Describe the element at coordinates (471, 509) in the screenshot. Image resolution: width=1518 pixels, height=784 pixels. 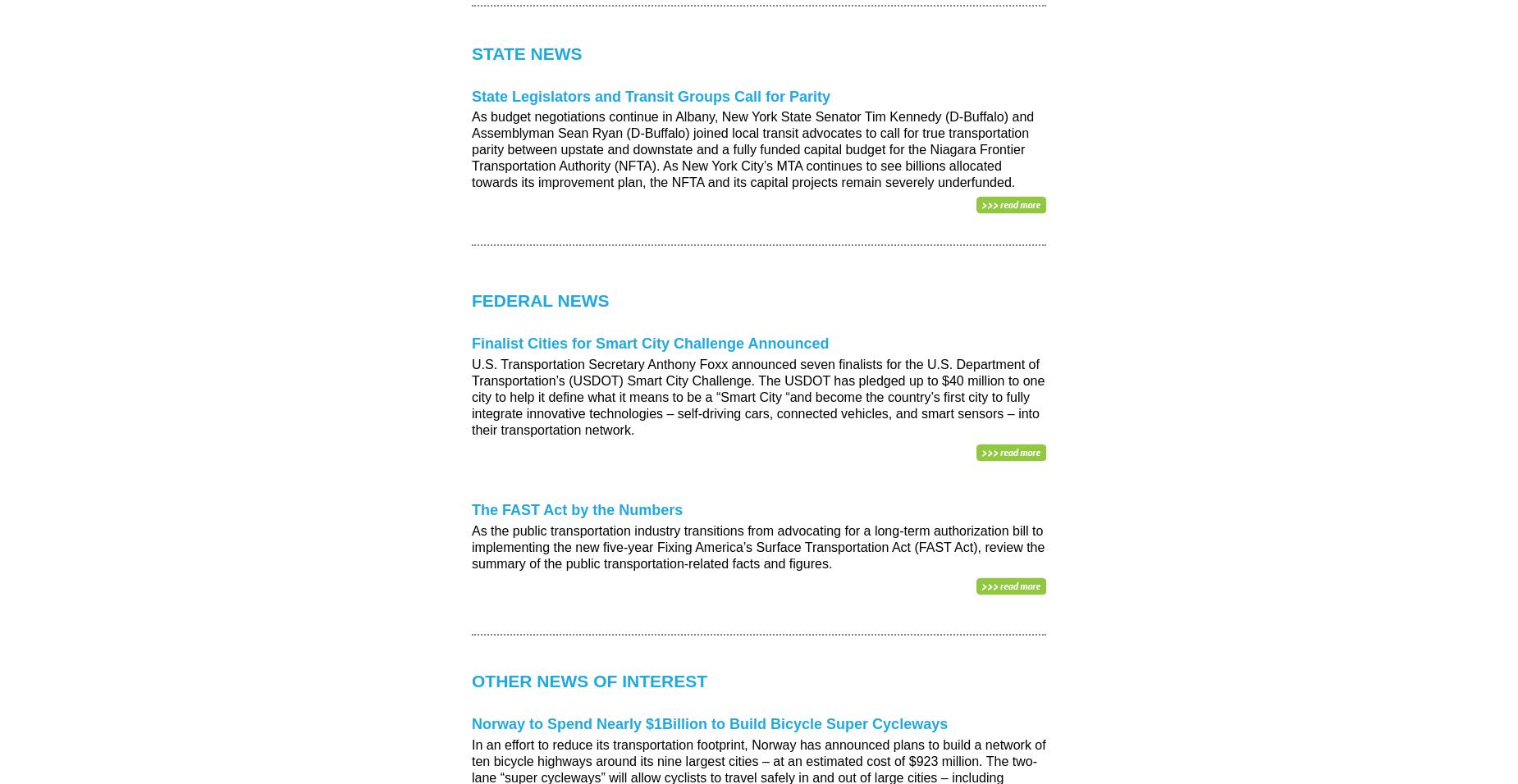
I see `'The FAST Act by the Numbers'` at that location.